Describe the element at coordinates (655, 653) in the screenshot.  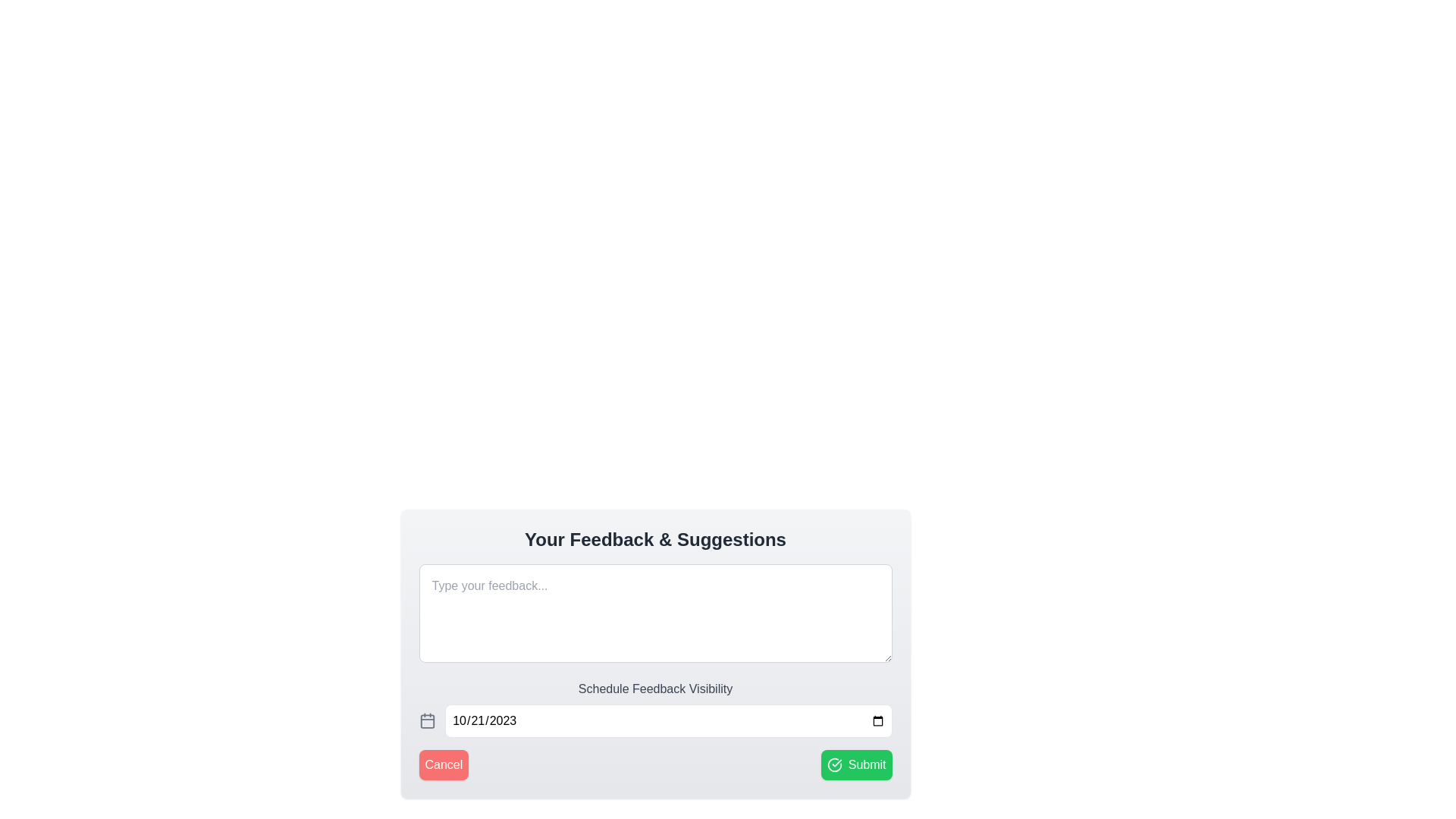
I see `the buttons within the interactive feedback submission form located beneath the title 'Your Feedback & Suggestions'` at that location.